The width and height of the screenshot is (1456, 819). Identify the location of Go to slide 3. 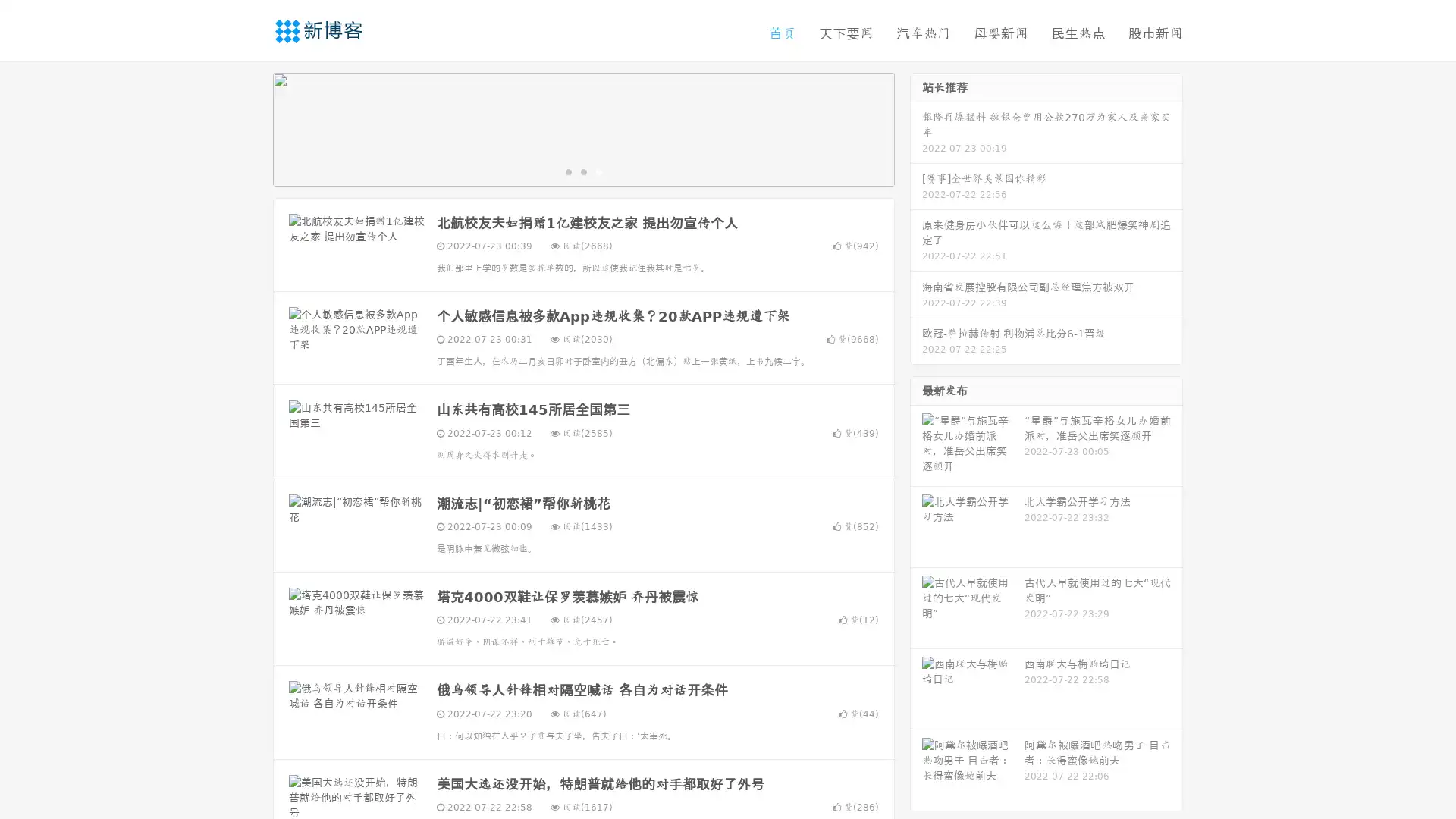
(598, 171).